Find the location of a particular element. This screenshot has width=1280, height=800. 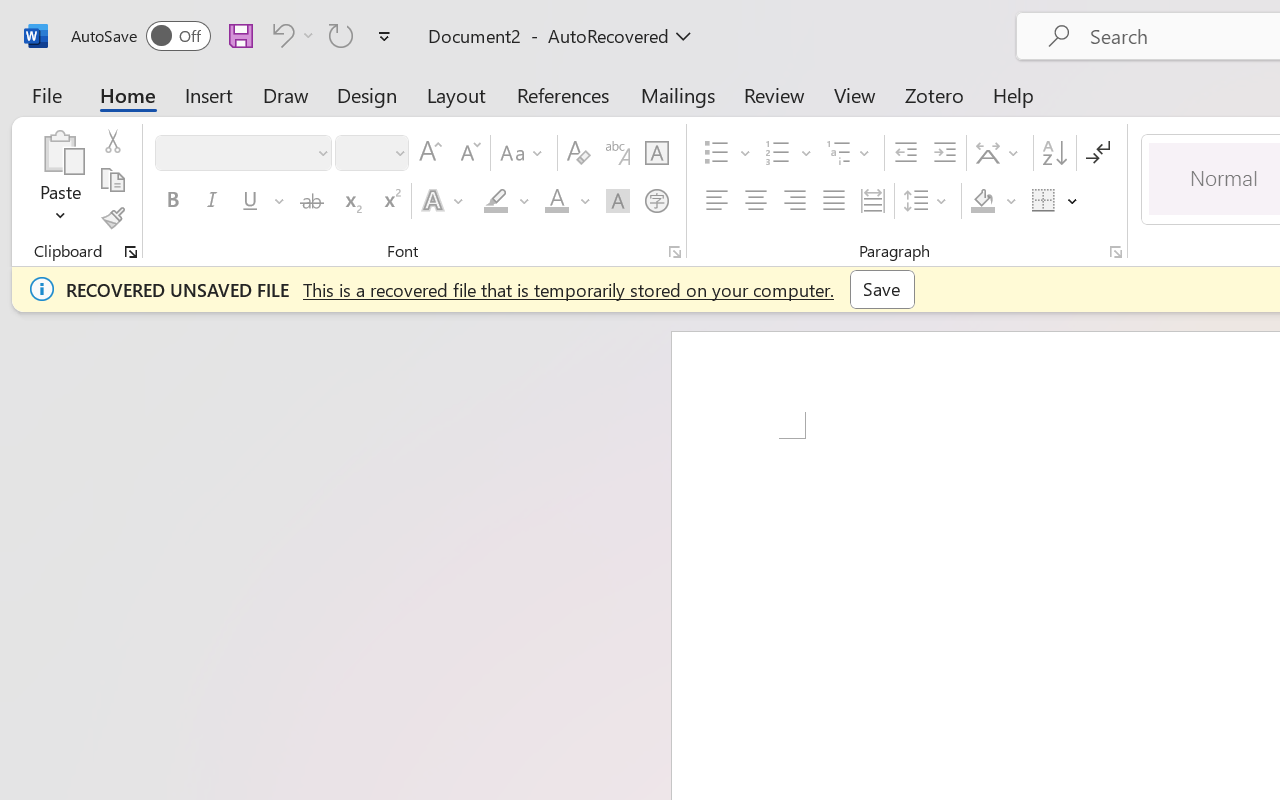

'Asian Layout' is located at coordinates (1000, 153).